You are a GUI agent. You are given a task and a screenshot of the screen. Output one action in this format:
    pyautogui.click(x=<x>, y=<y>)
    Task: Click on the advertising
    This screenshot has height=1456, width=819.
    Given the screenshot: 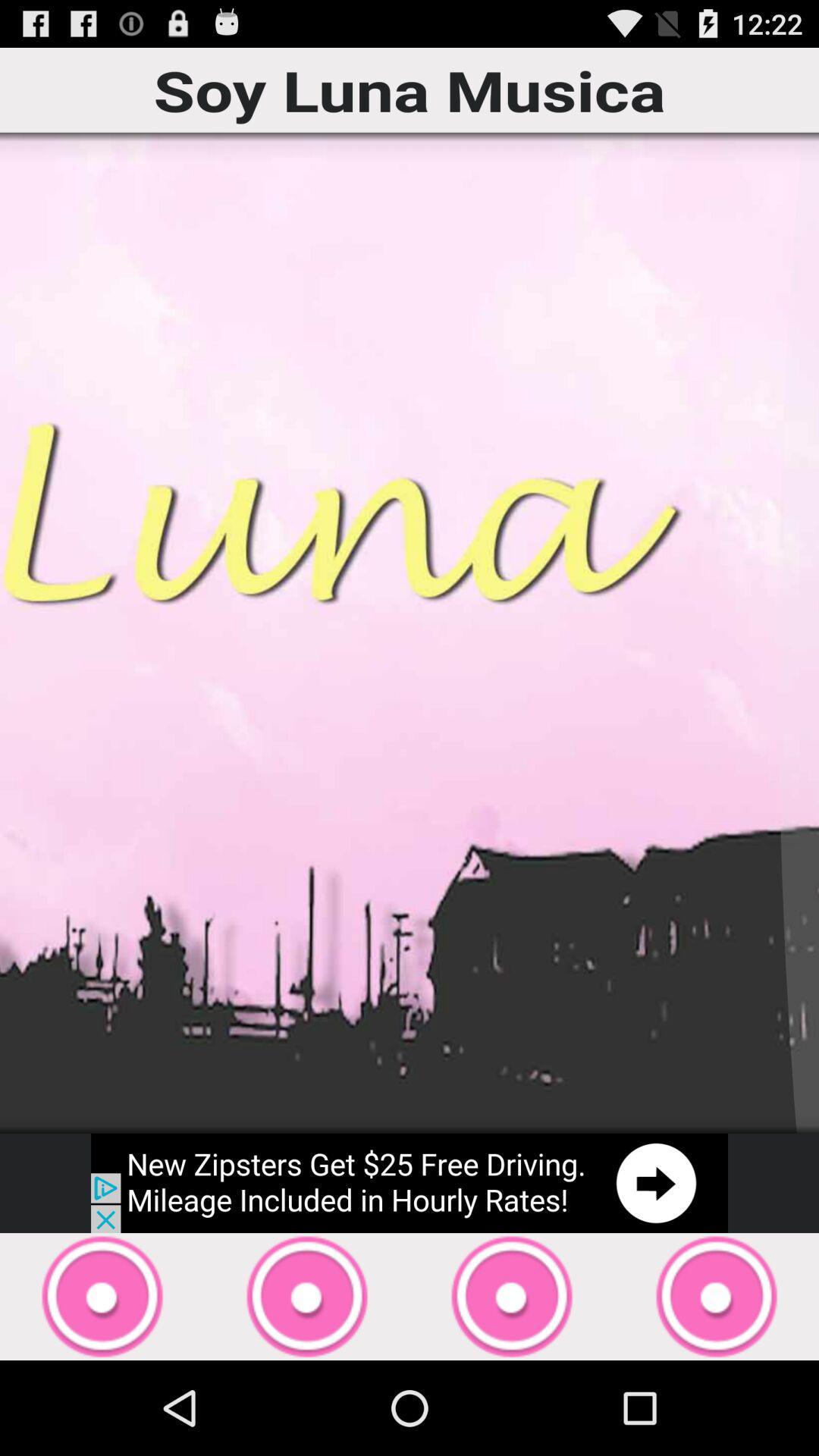 What is the action you would take?
    pyautogui.click(x=409, y=1182)
    